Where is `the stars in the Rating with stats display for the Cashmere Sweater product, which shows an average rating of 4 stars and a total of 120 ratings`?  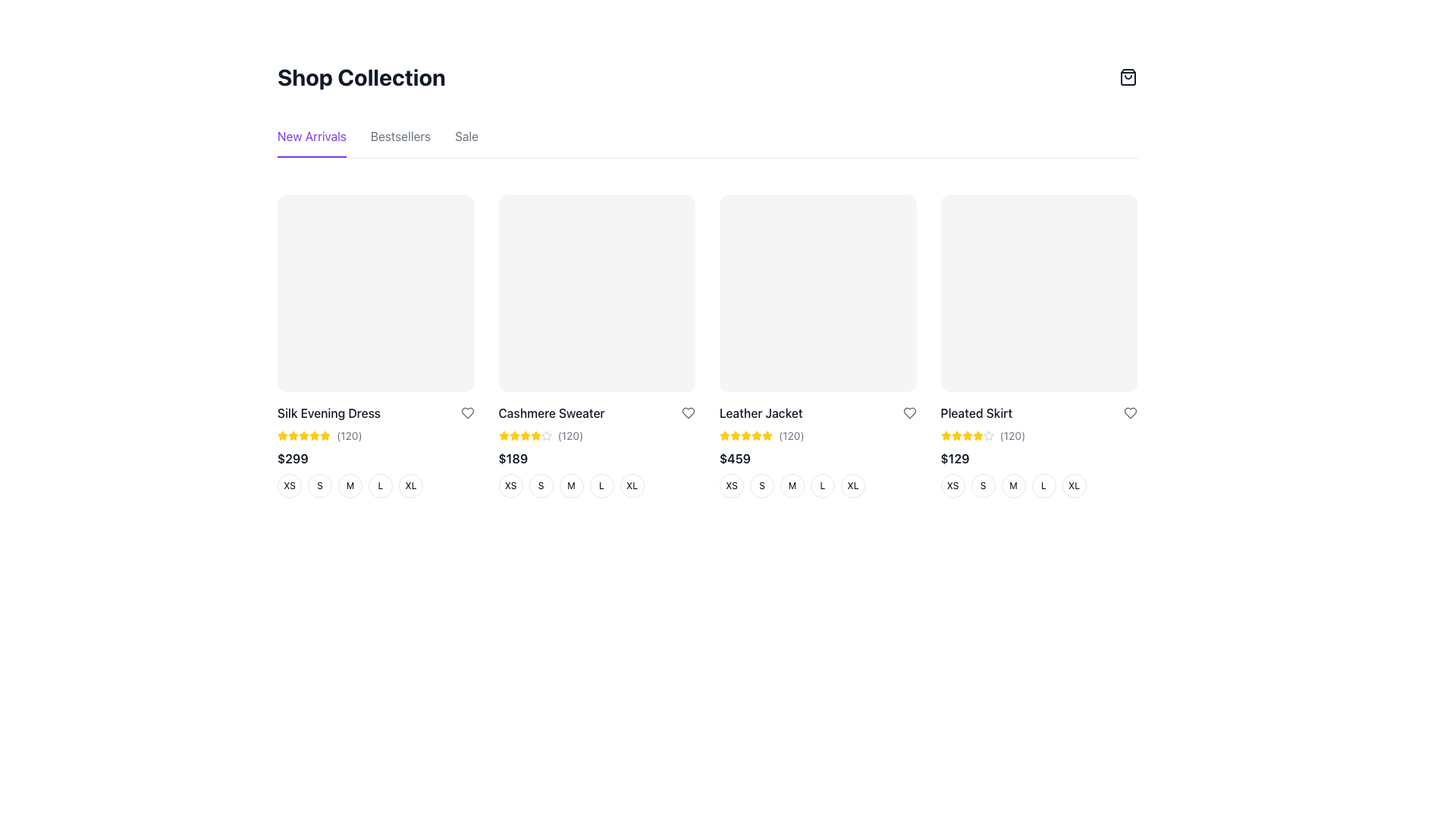 the stars in the Rating with stats display for the Cashmere Sweater product, which shows an average rating of 4 stars and a total of 120 ratings is located at coordinates (596, 435).